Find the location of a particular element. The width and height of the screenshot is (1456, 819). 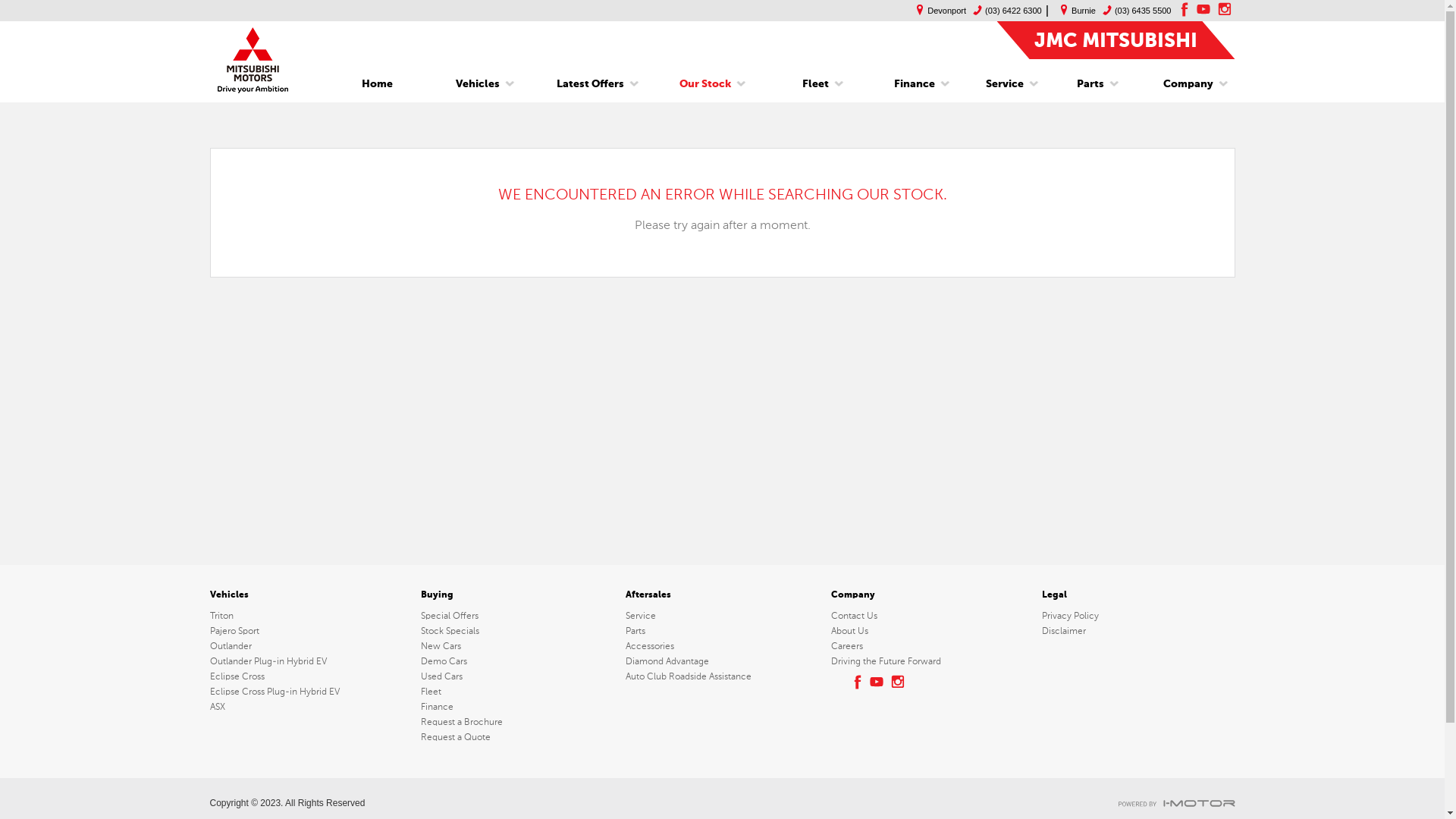

'Company' is located at coordinates (1181, 84).